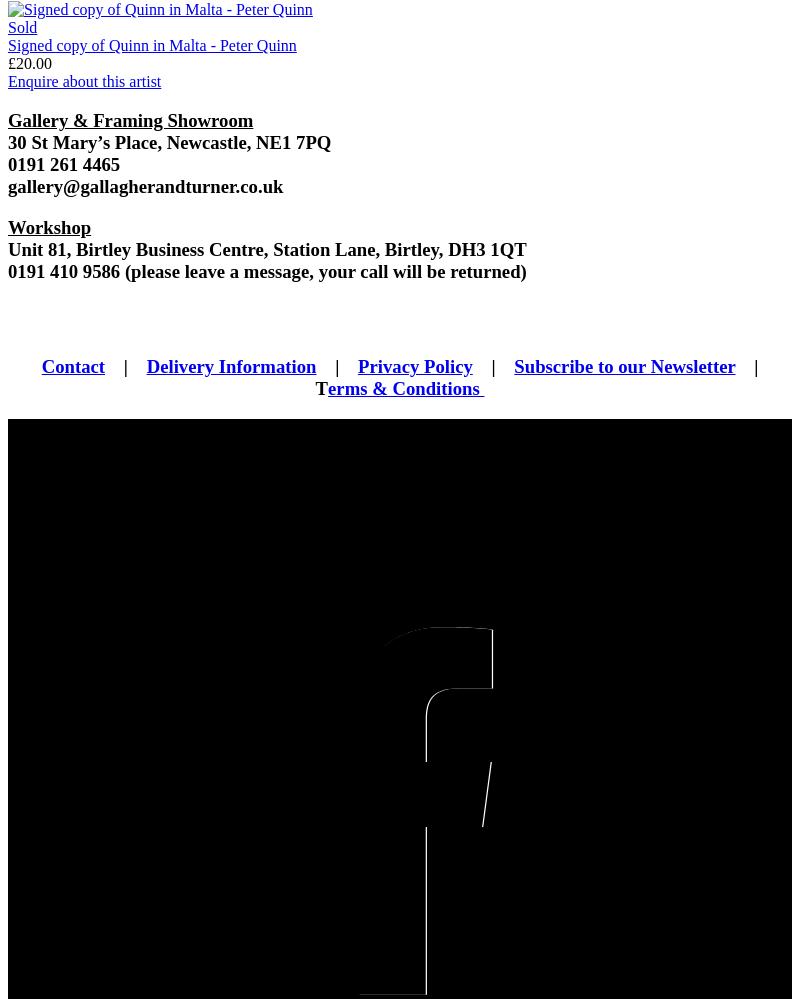 The height and width of the screenshot is (999, 800). I want to click on '30 St Mary’s Place, Newcastle, NE1 7PQ', so click(8, 142).